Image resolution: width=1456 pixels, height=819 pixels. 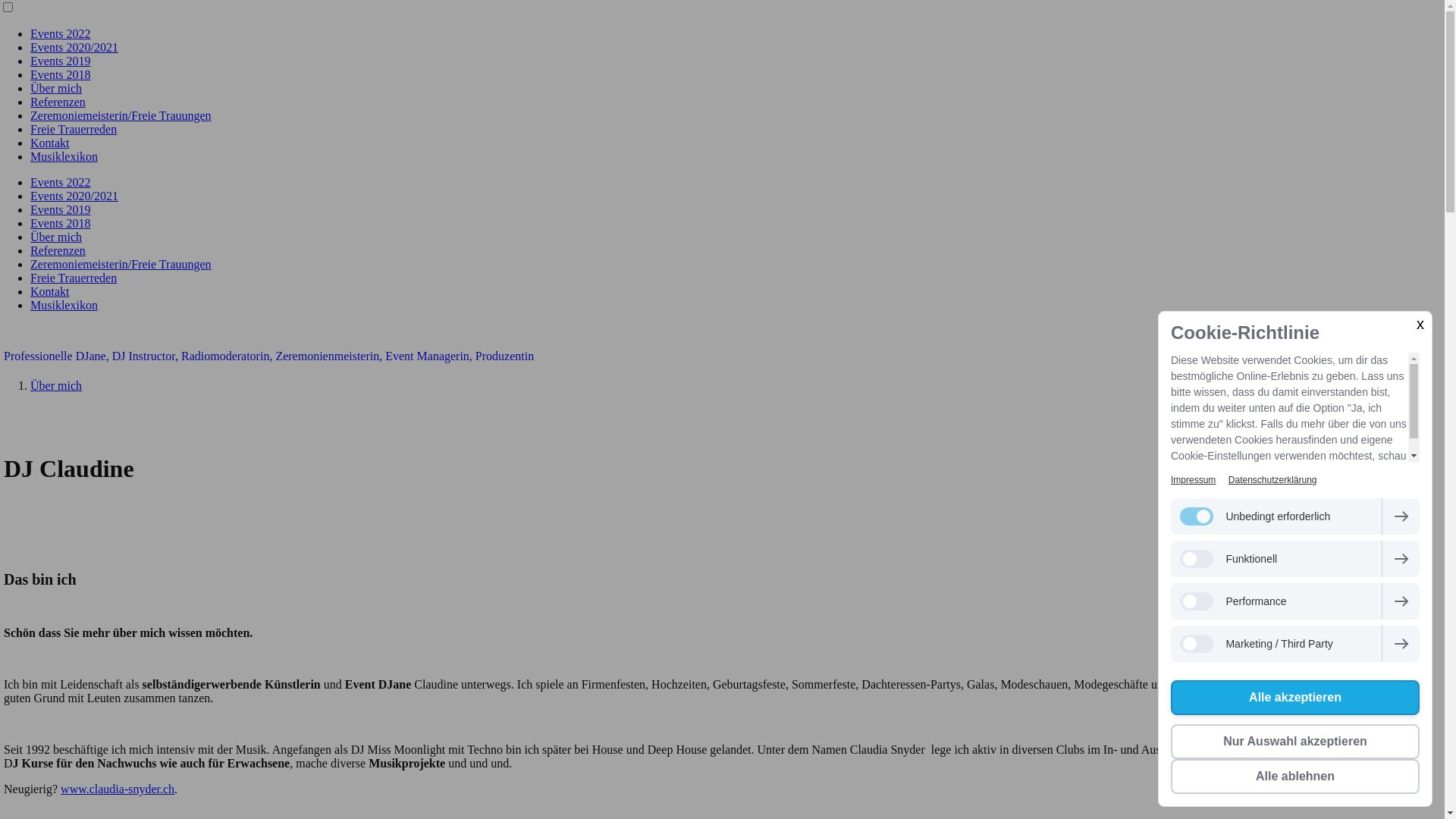 I want to click on 'Events 2020/2021', so click(x=73, y=46).